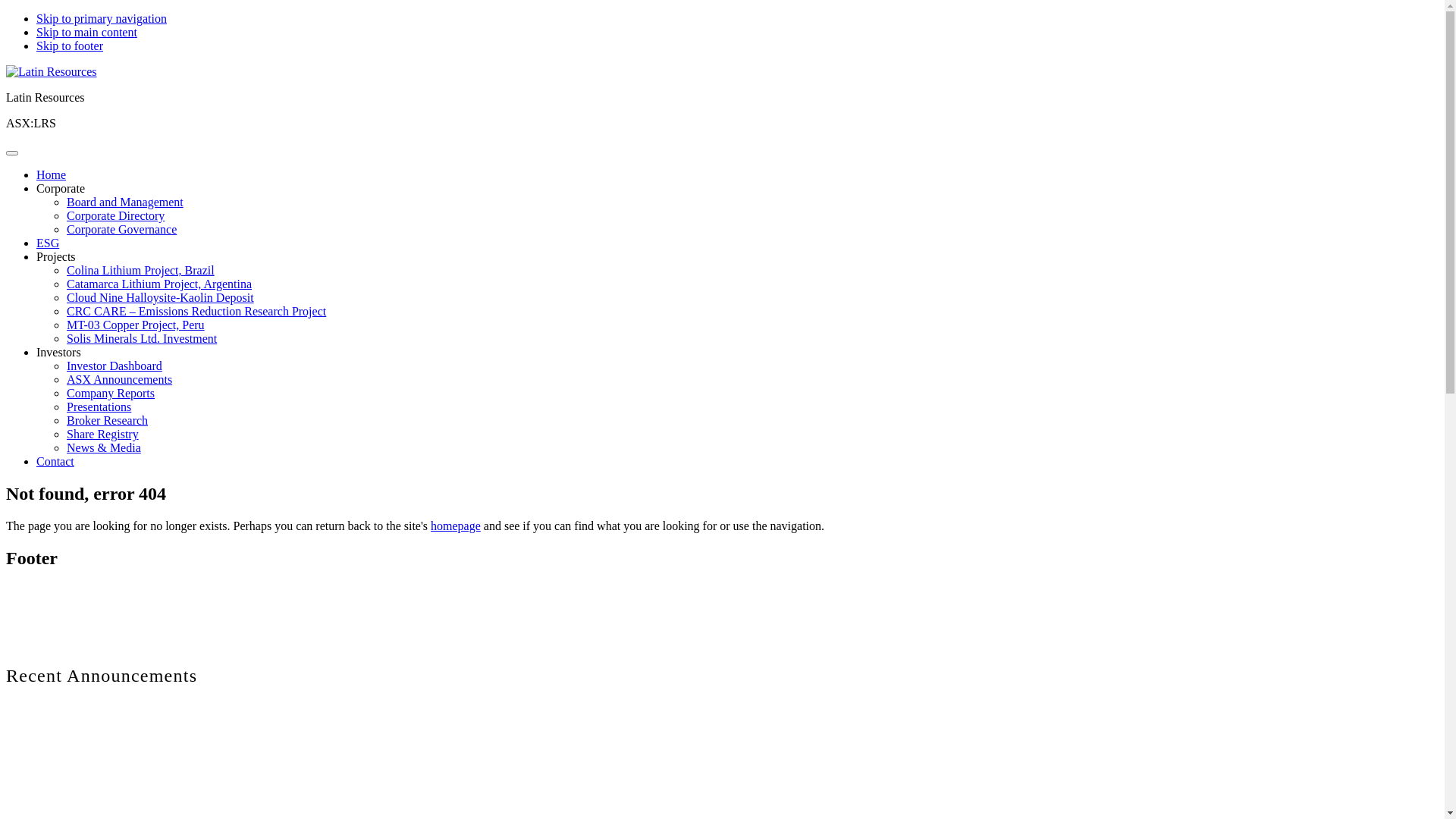 Image resolution: width=1456 pixels, height=819 pixels. Describe the element at coordinates (65, 434) in the screenshot. I see `'Share Registry'` at that location.